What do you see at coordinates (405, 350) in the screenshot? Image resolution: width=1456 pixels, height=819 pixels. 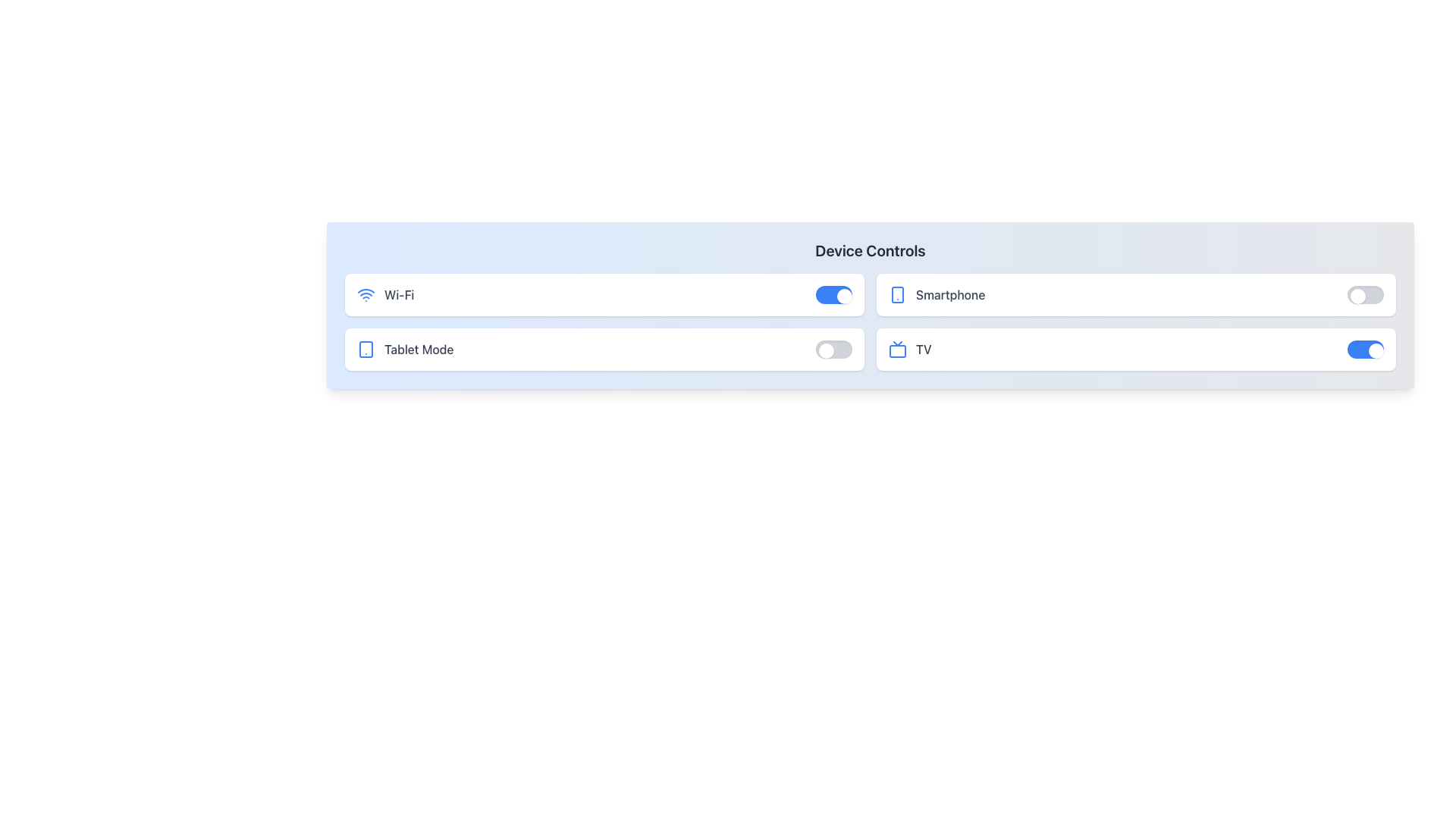 I see `the informational content element indicating Tablet Mode` at bounding box center [405, 350].